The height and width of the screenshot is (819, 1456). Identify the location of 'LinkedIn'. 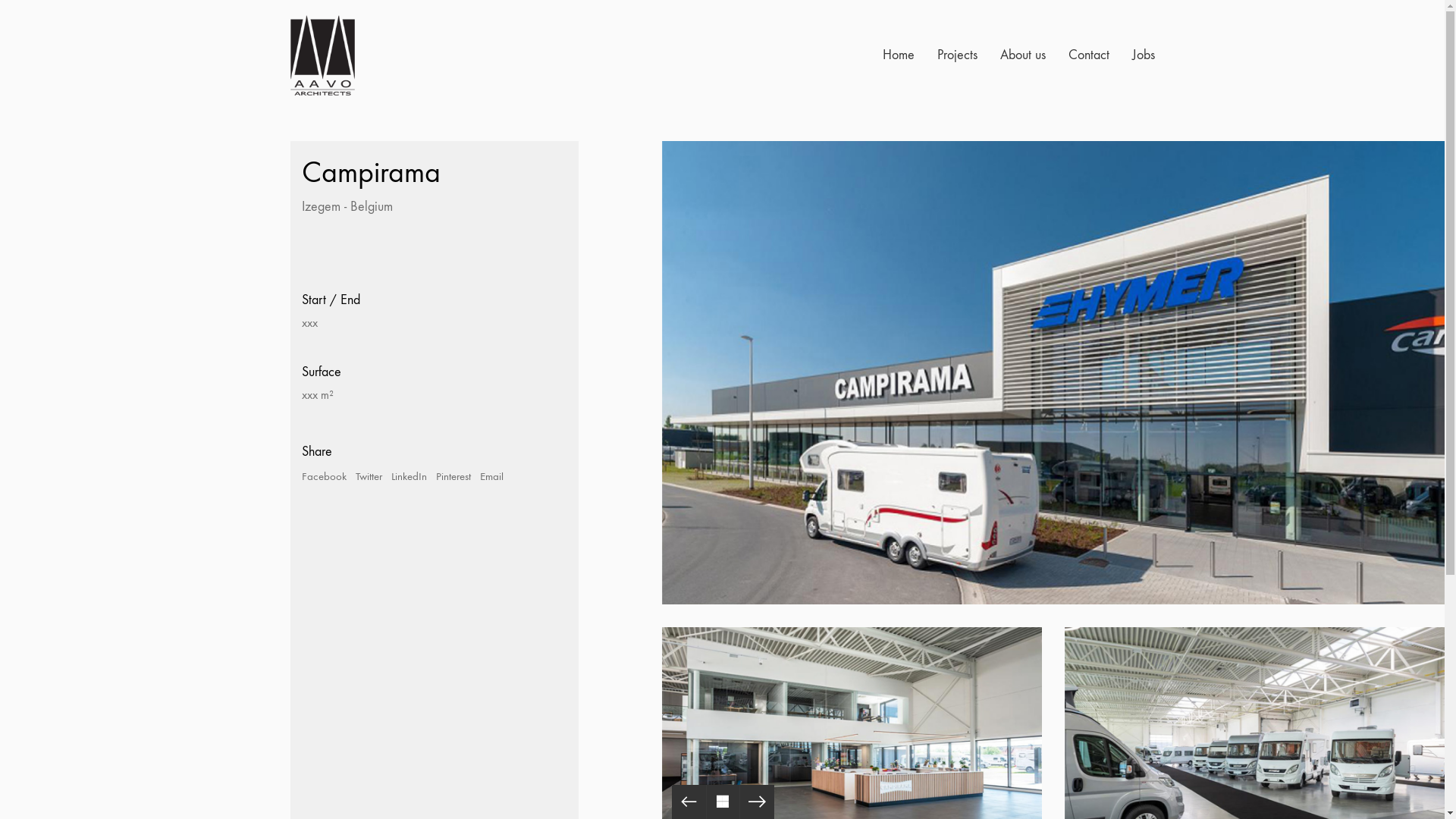
(409, 475).